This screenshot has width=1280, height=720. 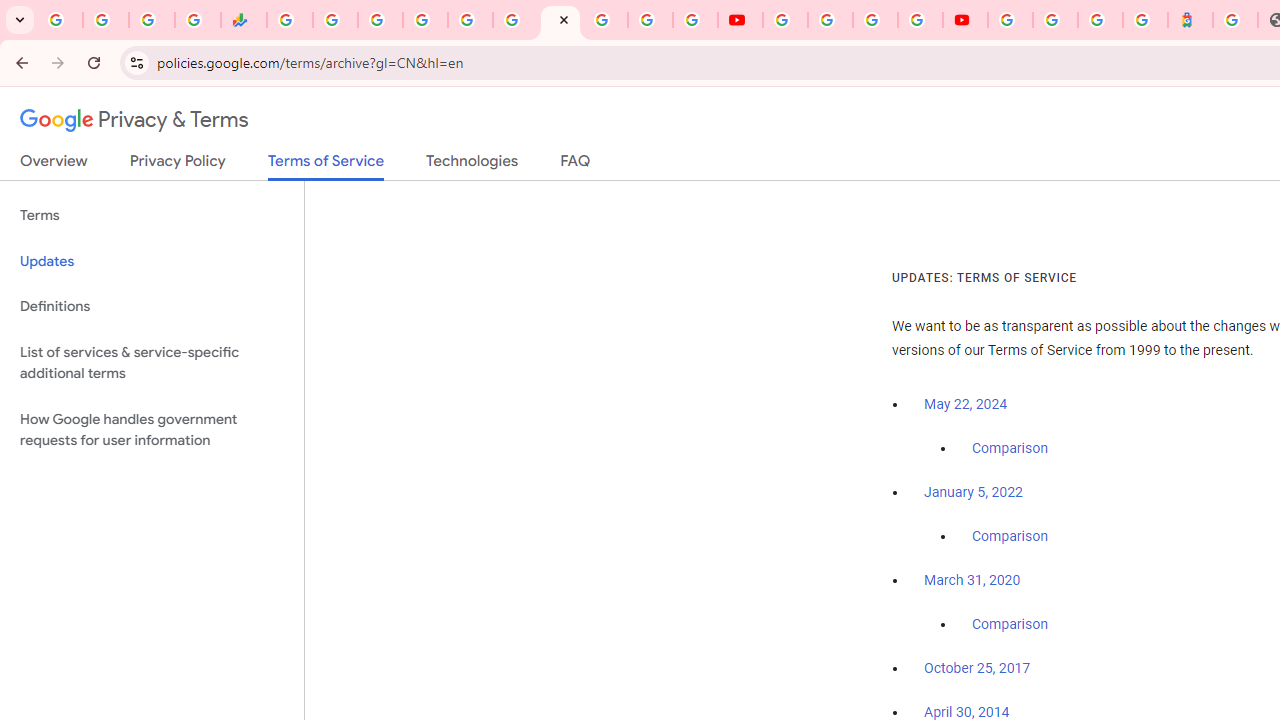 I want to click on 'Google Account Help', so click(x=830, y=20).